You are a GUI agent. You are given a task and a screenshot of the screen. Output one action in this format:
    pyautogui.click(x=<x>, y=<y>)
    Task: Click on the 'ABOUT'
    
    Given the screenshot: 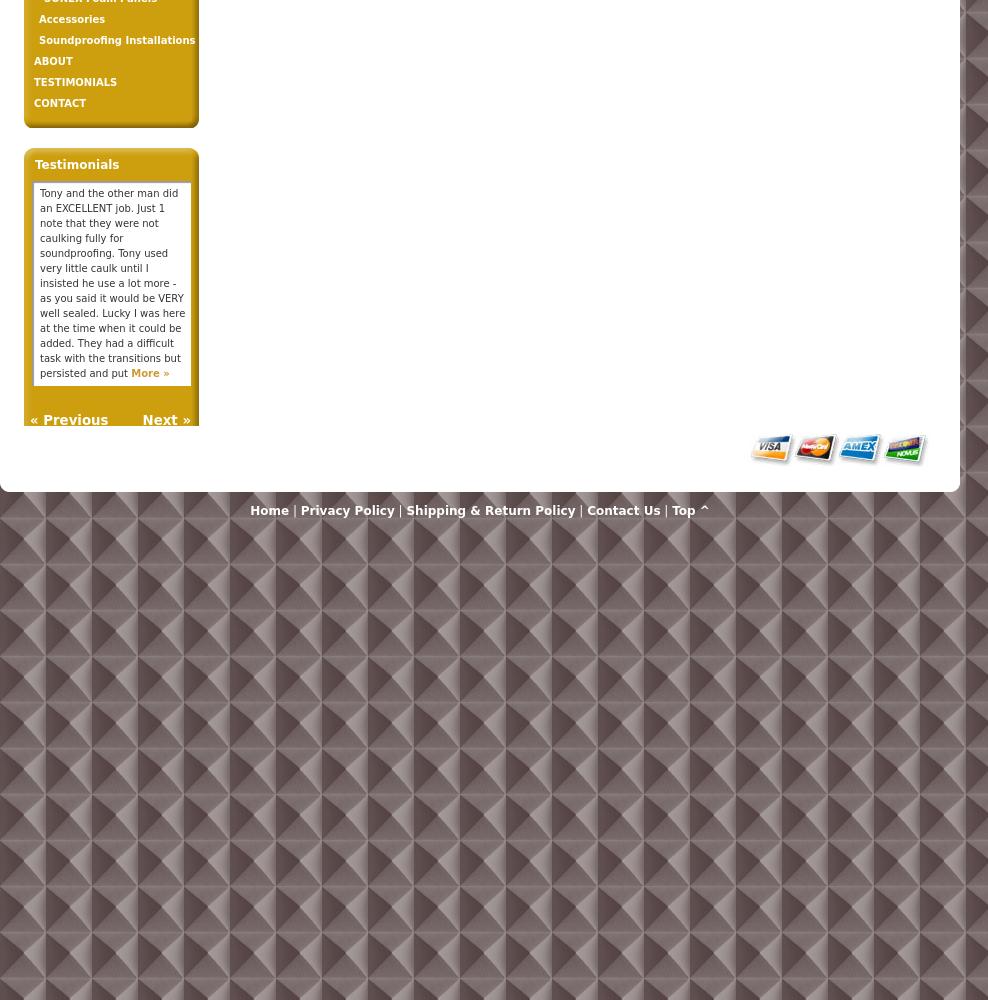 What is the action you would take?
    pyautogui.click(x=32, y=61)
    